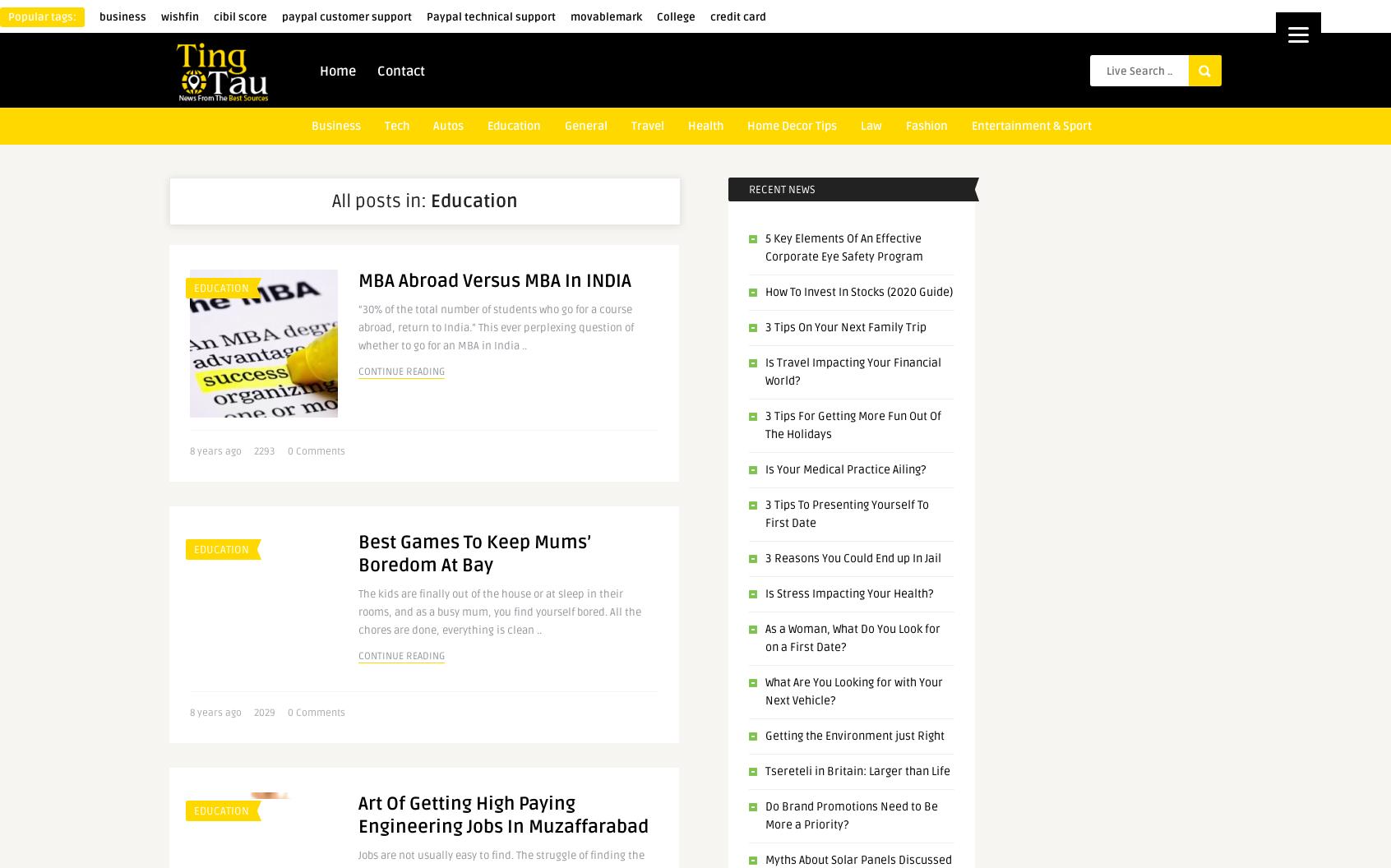  What do you see at coordinates (280, 17) in the screenshot?
I see `'paypal customer support'` at bounding box center [280, 17].